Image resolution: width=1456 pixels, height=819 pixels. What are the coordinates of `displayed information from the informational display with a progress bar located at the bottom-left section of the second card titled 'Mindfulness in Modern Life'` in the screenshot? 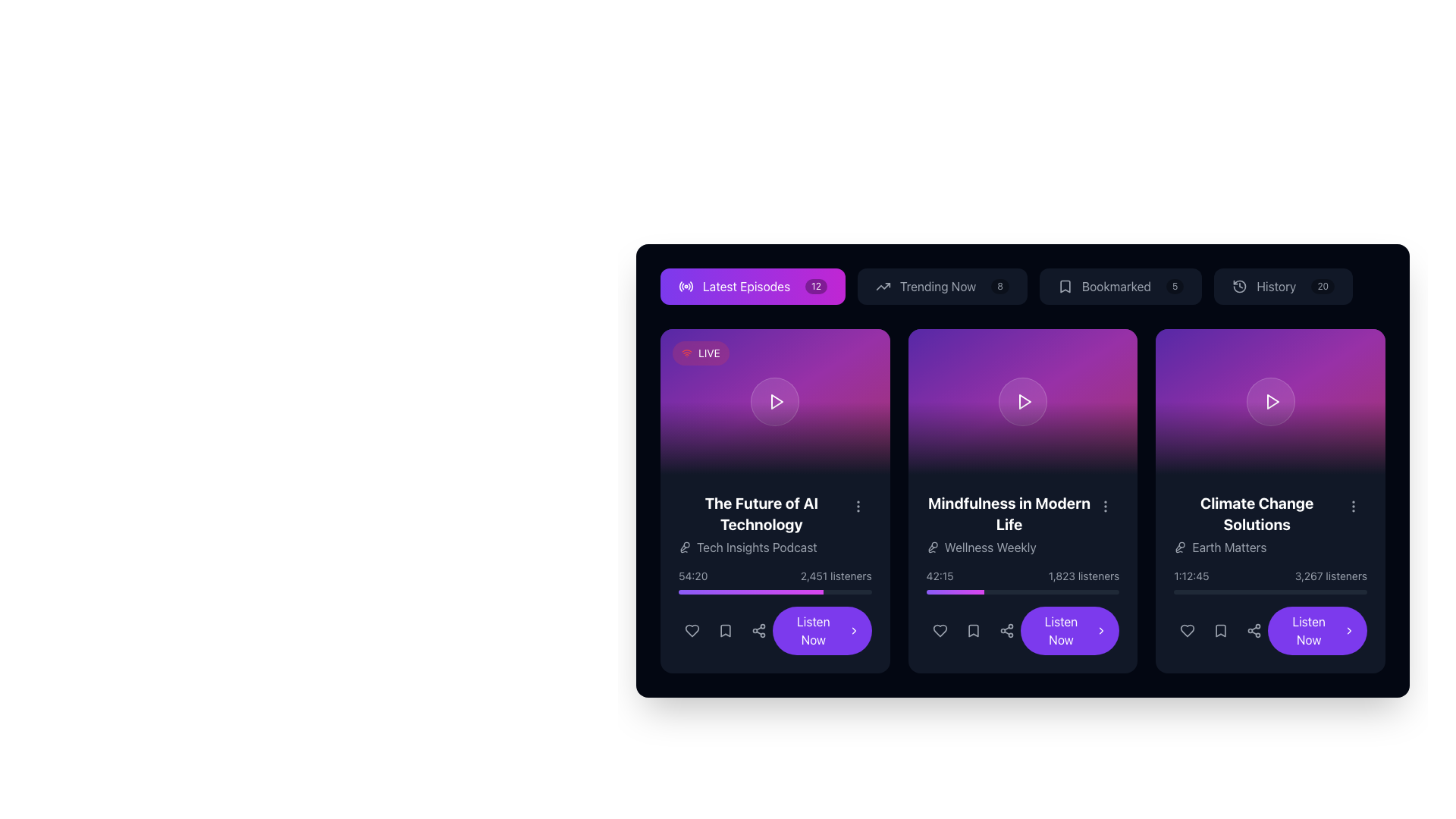 It's located at (1022, 581).